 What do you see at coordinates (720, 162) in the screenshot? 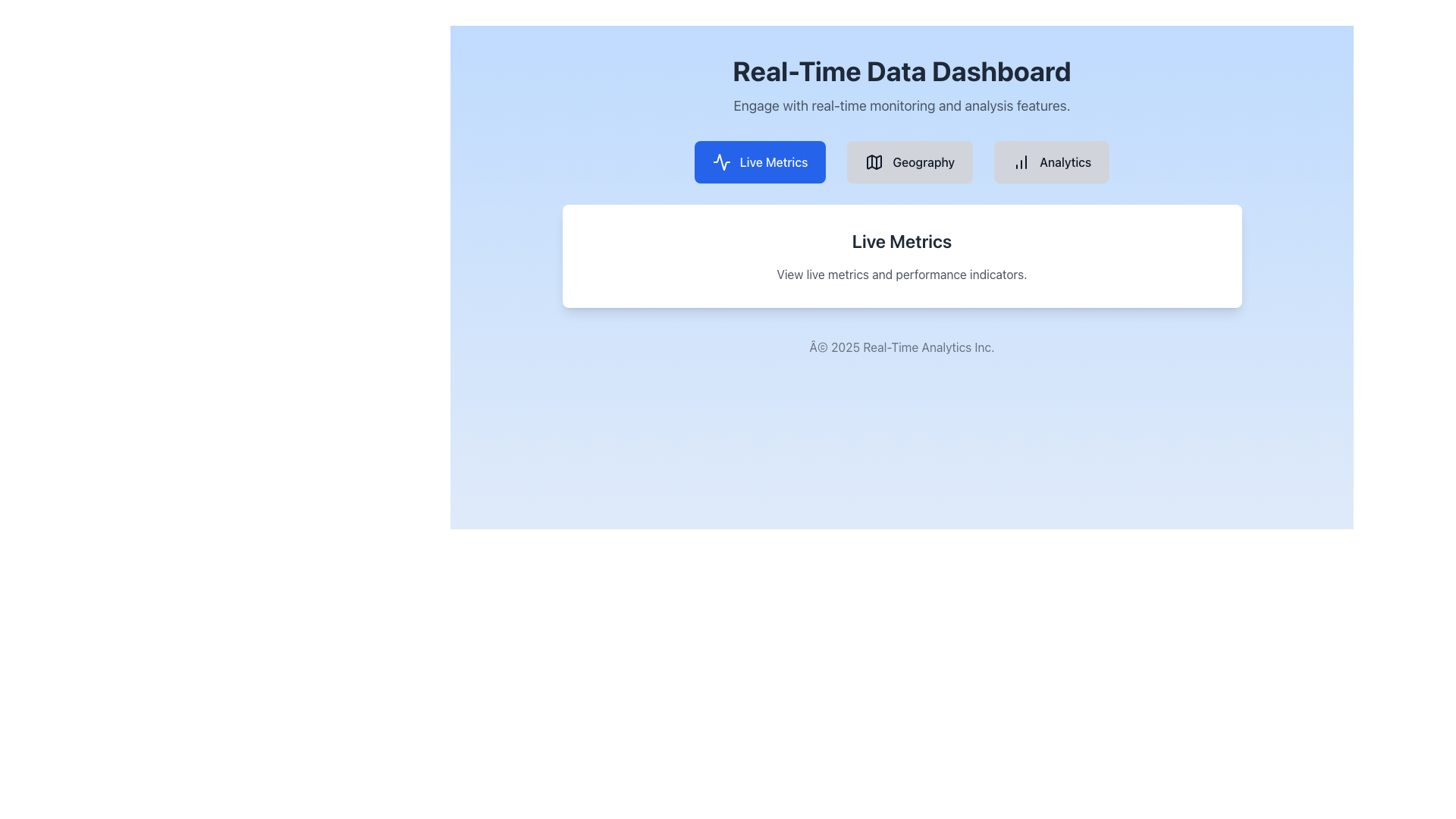
I see `the graphical icon resembling a zig-zag line within the 'Live Metrics' button at the top of the dashboard` at bounding box center [720, 162].